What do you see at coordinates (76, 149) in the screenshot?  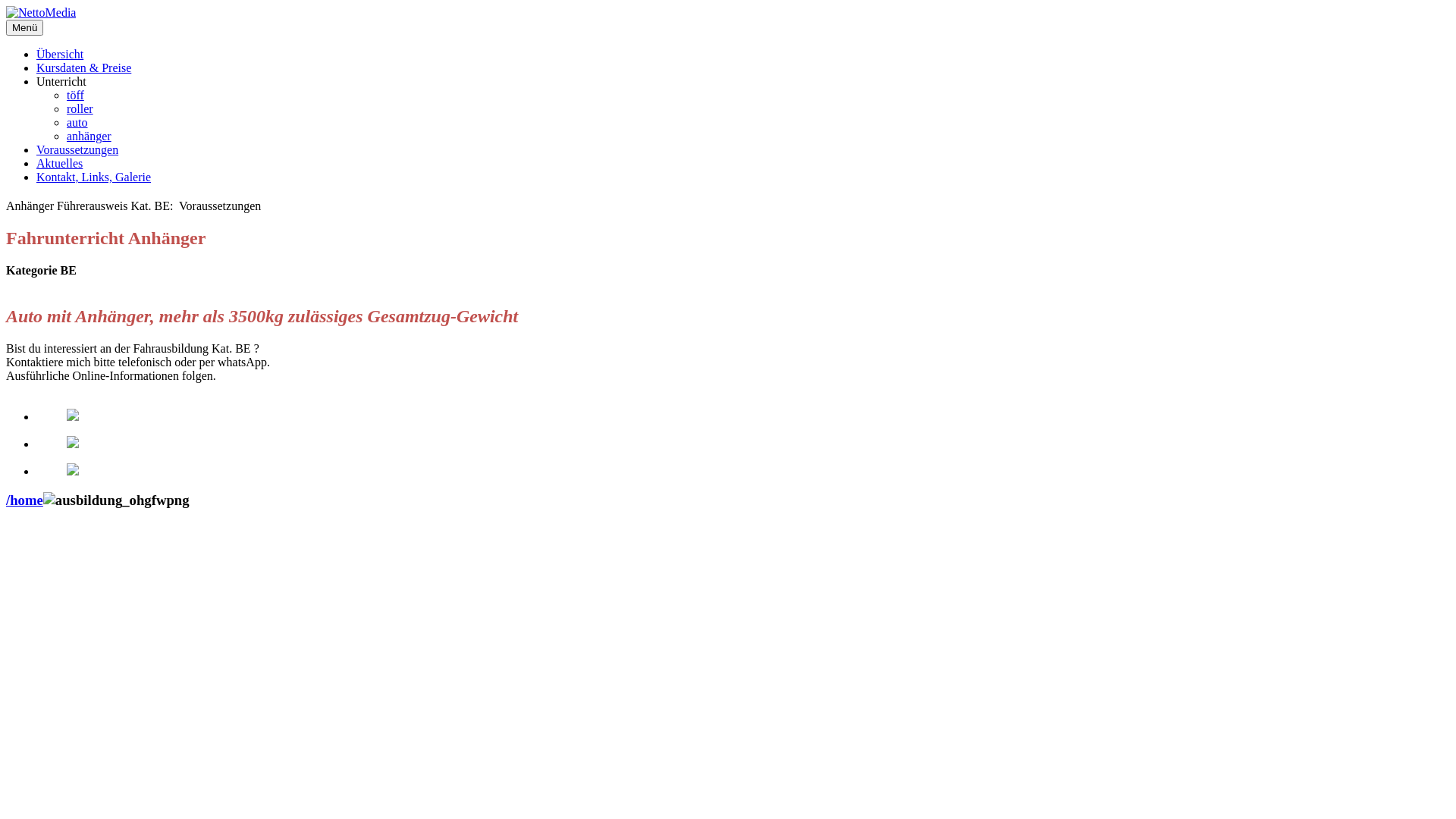 I see `'Voraussetzungen'` at bounding box center [76, 149].